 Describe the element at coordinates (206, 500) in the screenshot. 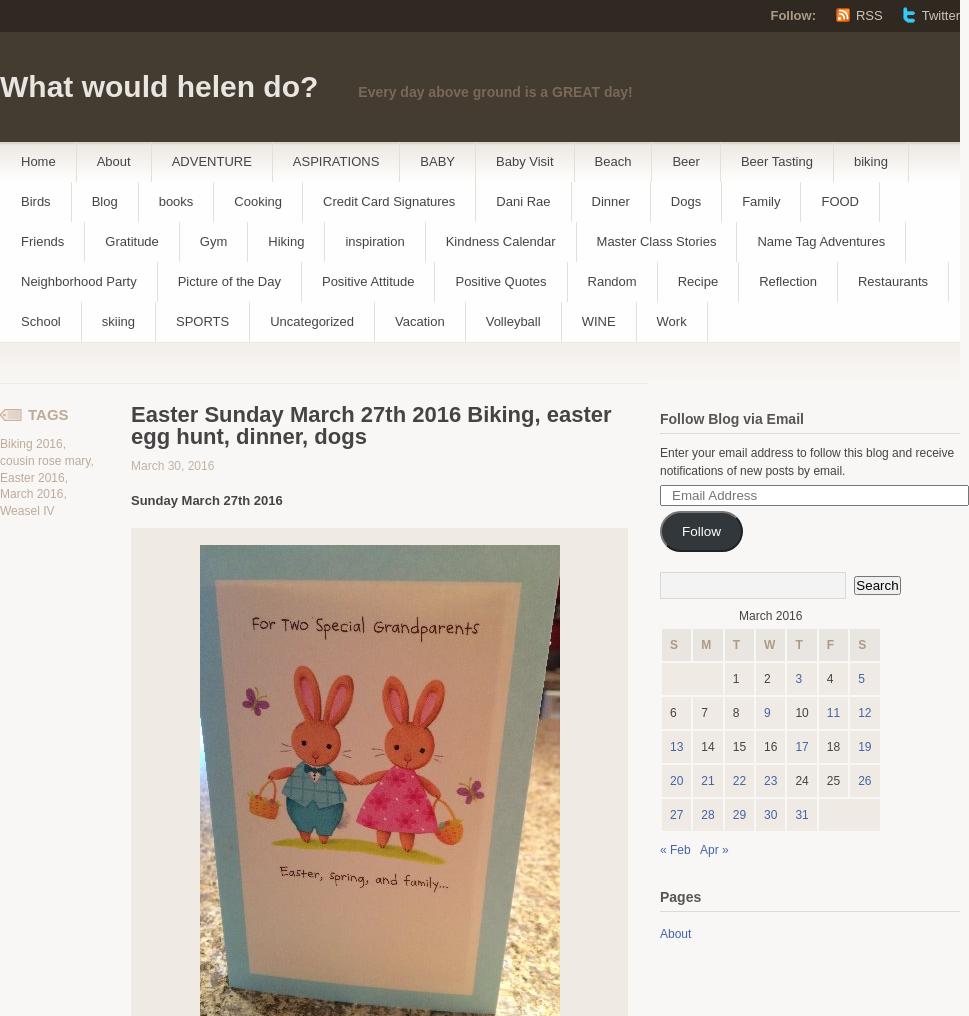

I see `'Sunday March 27th 2016'` at that location.